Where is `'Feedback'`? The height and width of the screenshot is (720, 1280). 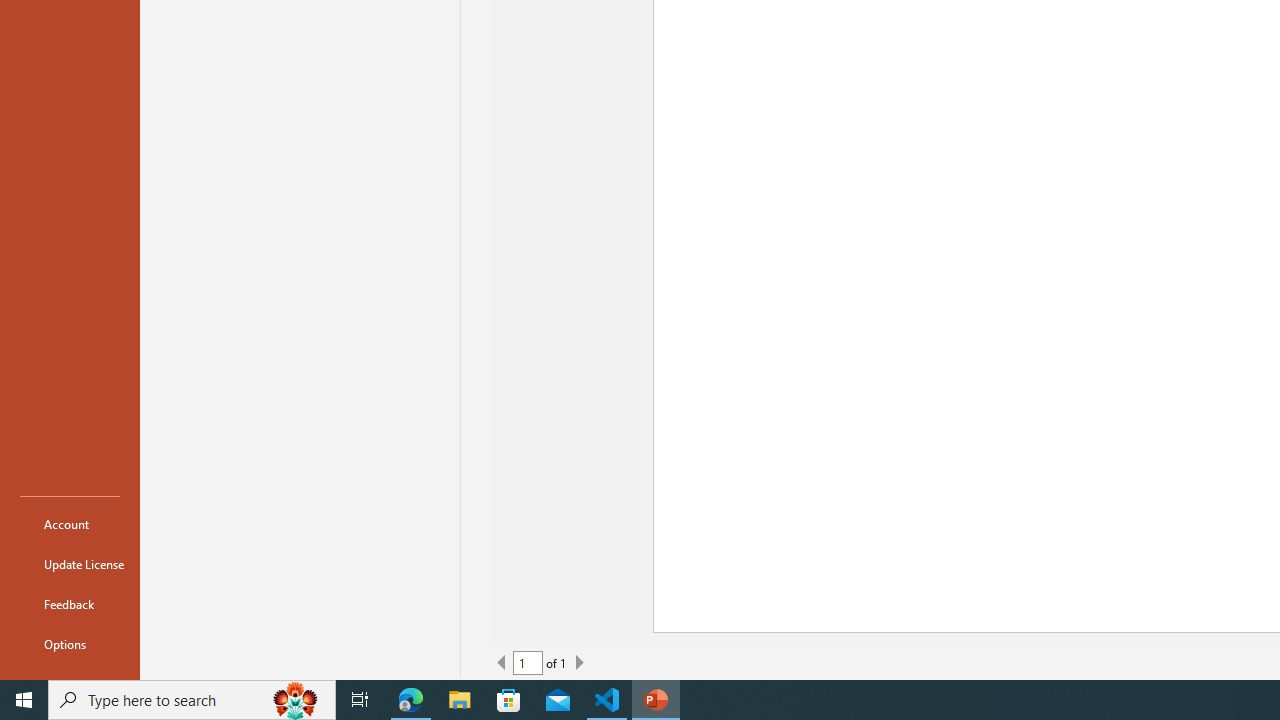 'Feedback' is located at coordinates (69, 603).